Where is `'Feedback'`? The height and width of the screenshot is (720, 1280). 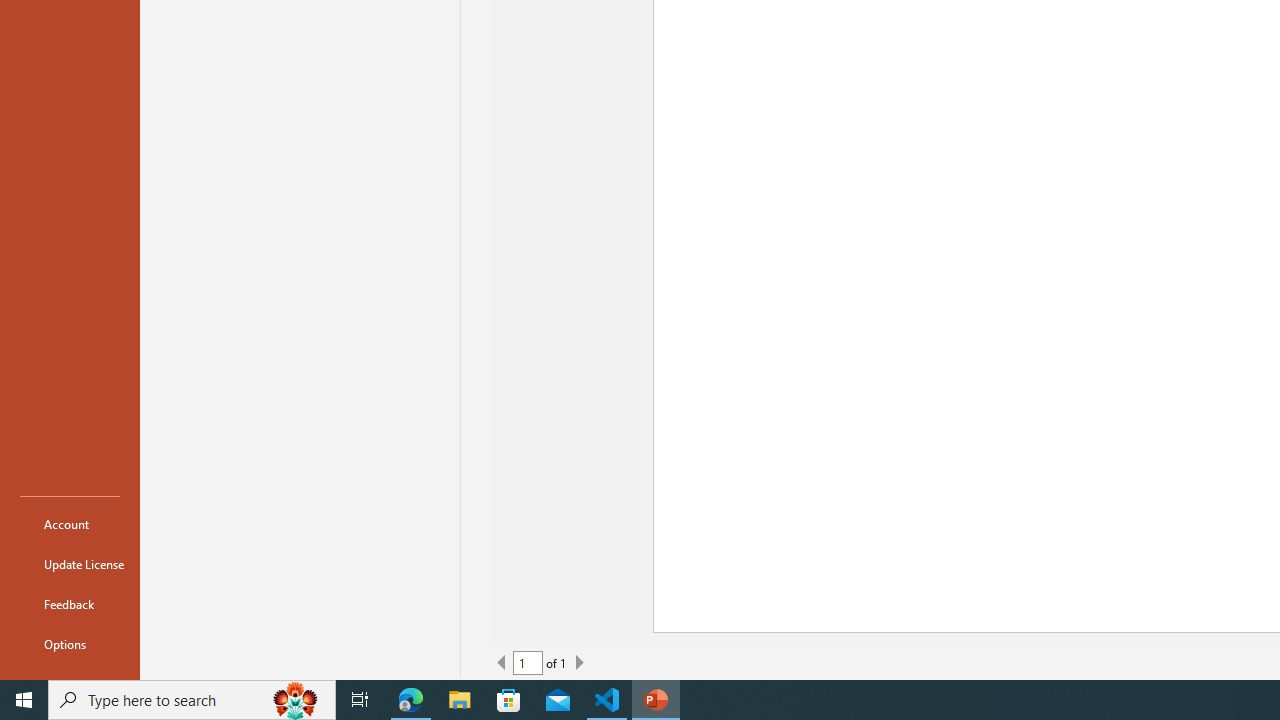 'Feedback' is located at coordinates (69, 603).